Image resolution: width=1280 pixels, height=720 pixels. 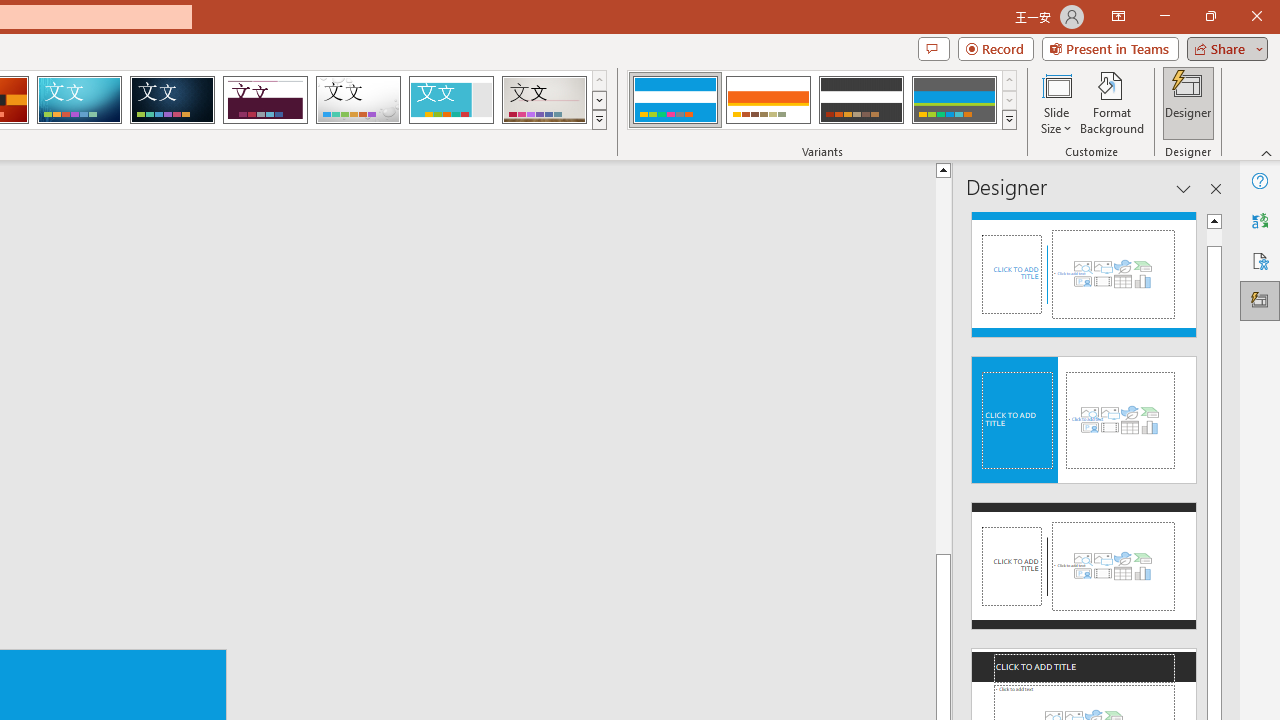 I want to click on 'Frame', so click(x=450, y=100).